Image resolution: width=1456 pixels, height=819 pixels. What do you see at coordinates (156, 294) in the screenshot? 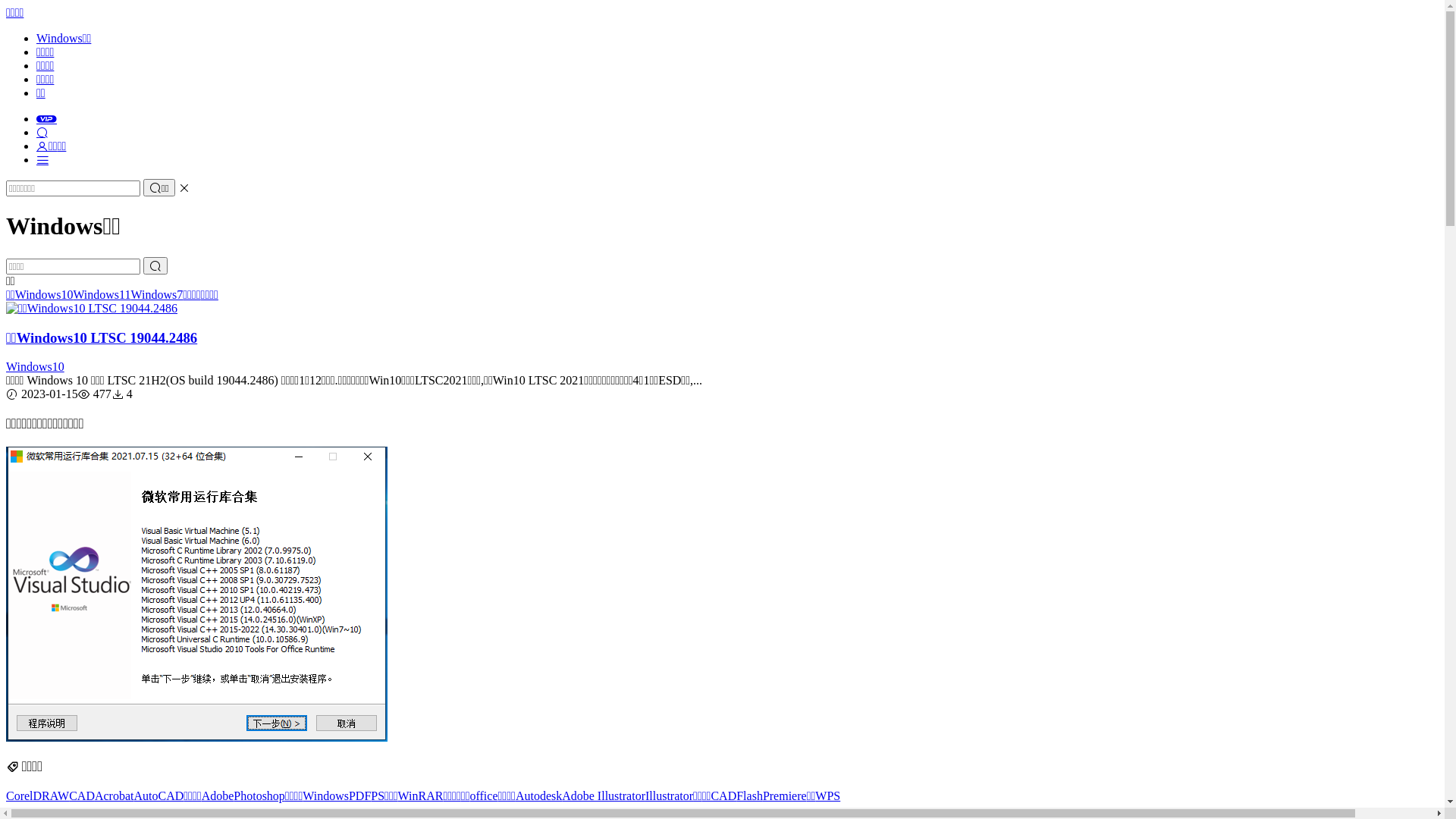
I see `'Windows7'` at bounding box center [156, 294].